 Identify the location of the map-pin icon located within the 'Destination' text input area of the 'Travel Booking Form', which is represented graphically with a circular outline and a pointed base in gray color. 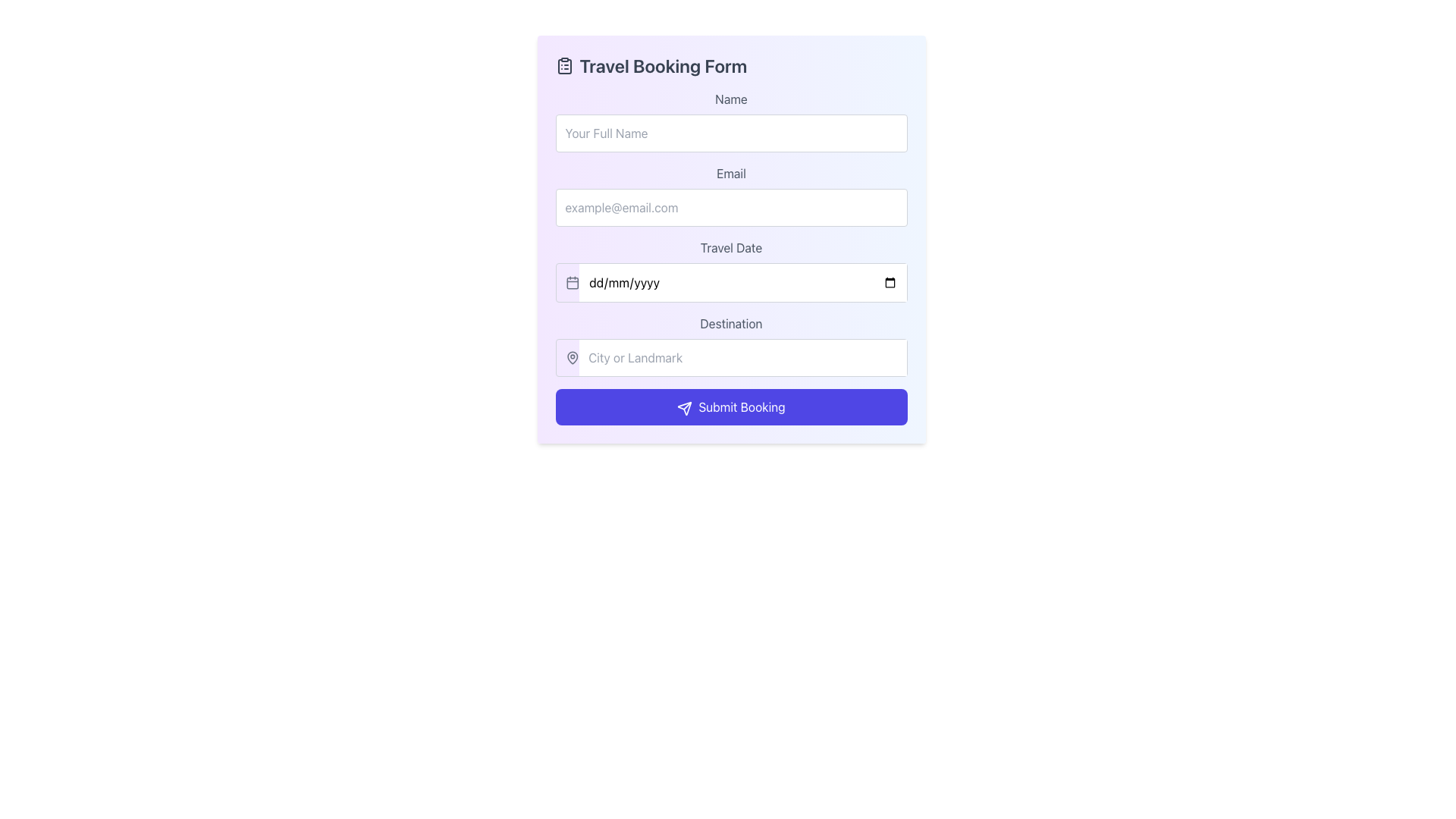
(571, 357).